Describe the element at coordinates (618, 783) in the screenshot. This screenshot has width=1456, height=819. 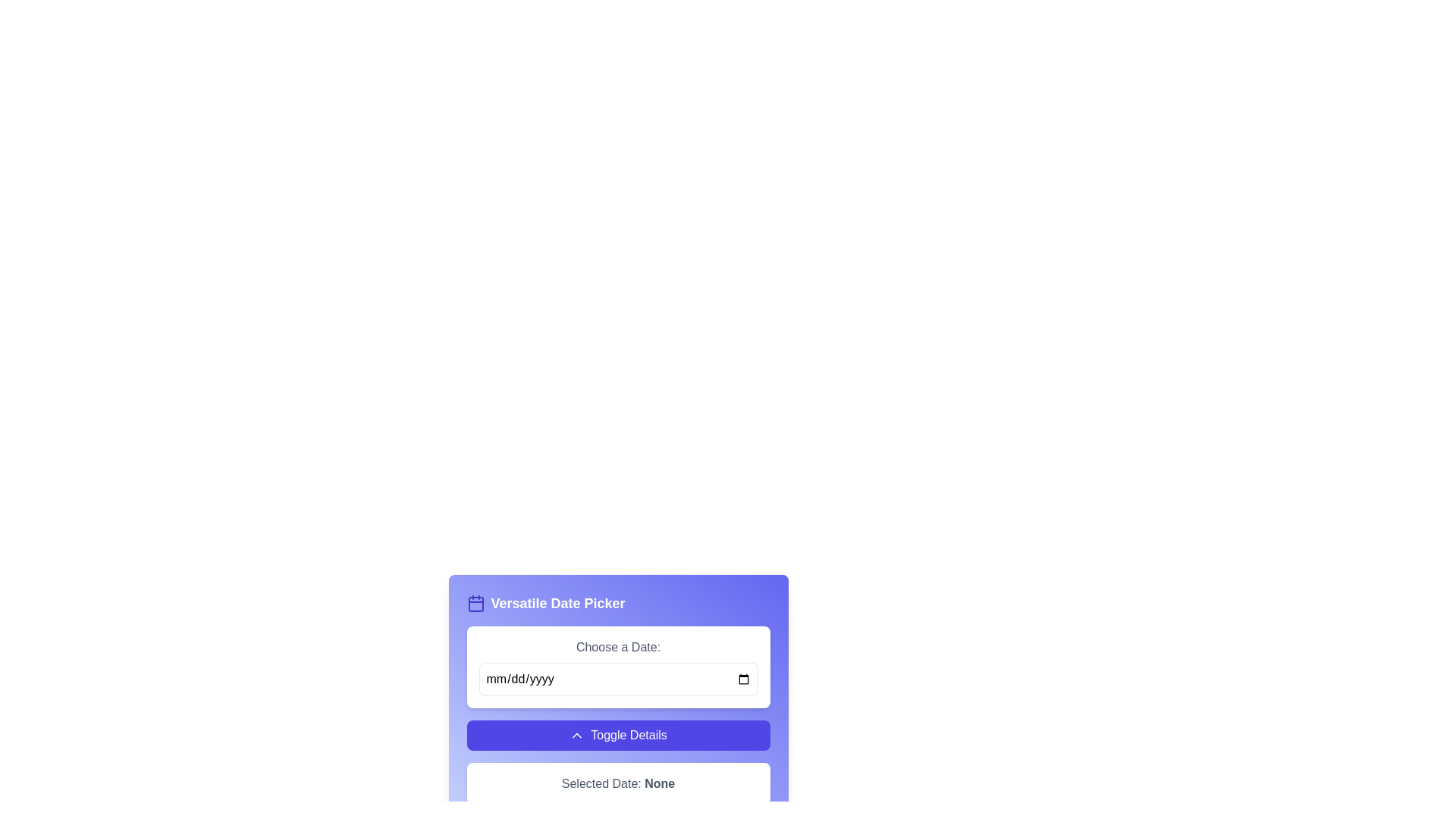
I see `displayed text from the Information label that shows 'Selected Date: None.' which is located below the 'Toggle Details' button` at that location.